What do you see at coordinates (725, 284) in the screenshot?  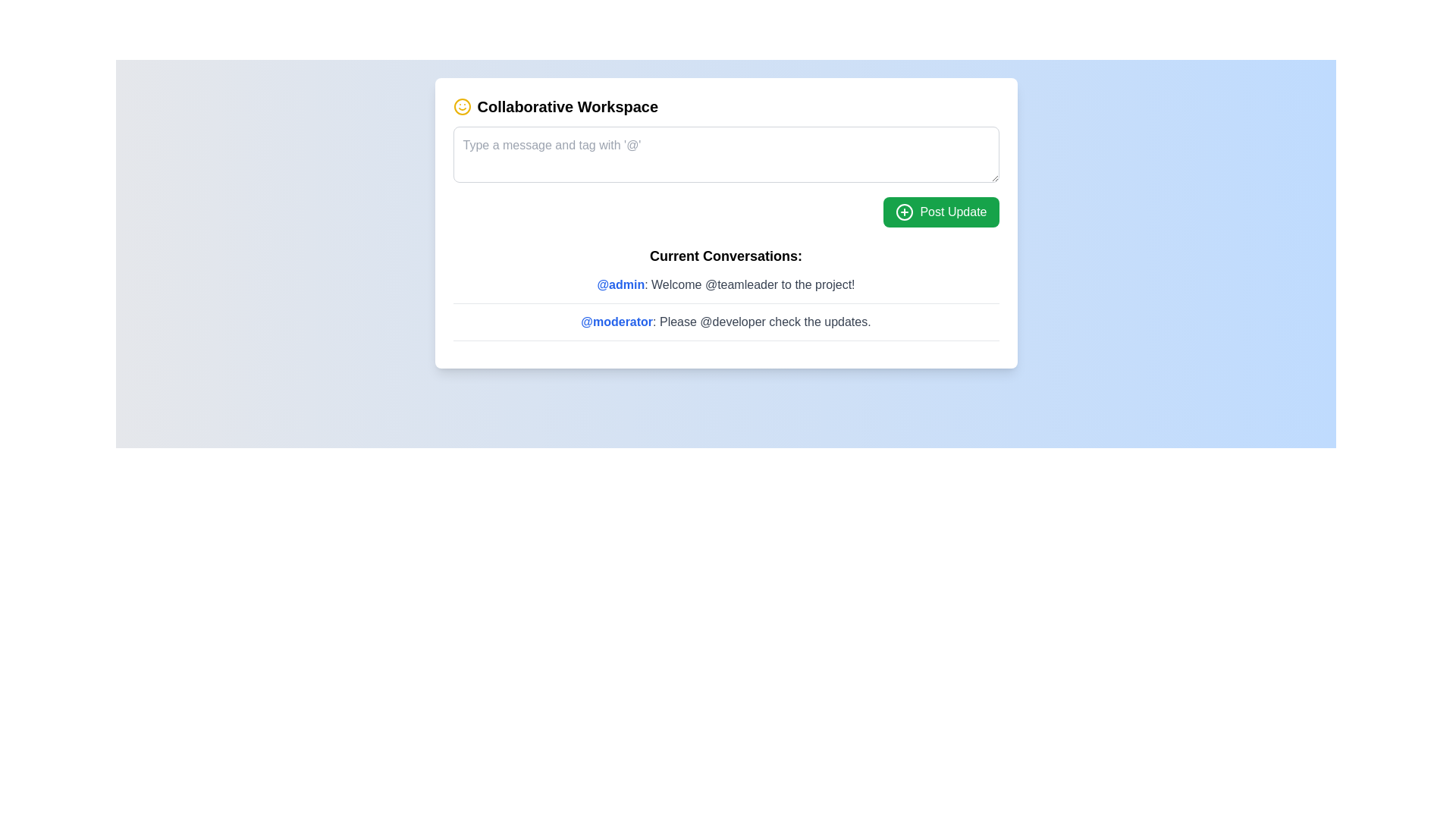 I see `the message starting with '@admin' and containing '@teamleader' in the conversation panel by clicking on it` at bounding box center [725, 284].